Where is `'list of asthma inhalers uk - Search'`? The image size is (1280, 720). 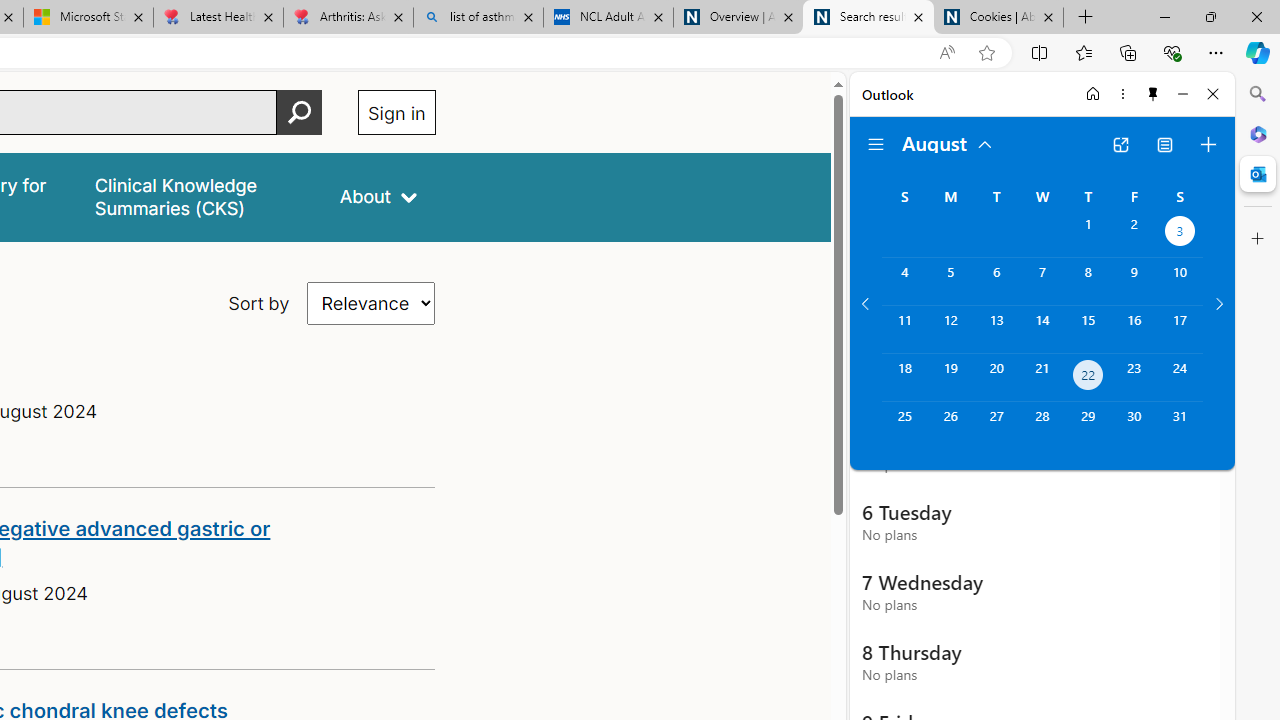
'list of asthma inhalers uk - Search' is located at coordinates (477, 17).